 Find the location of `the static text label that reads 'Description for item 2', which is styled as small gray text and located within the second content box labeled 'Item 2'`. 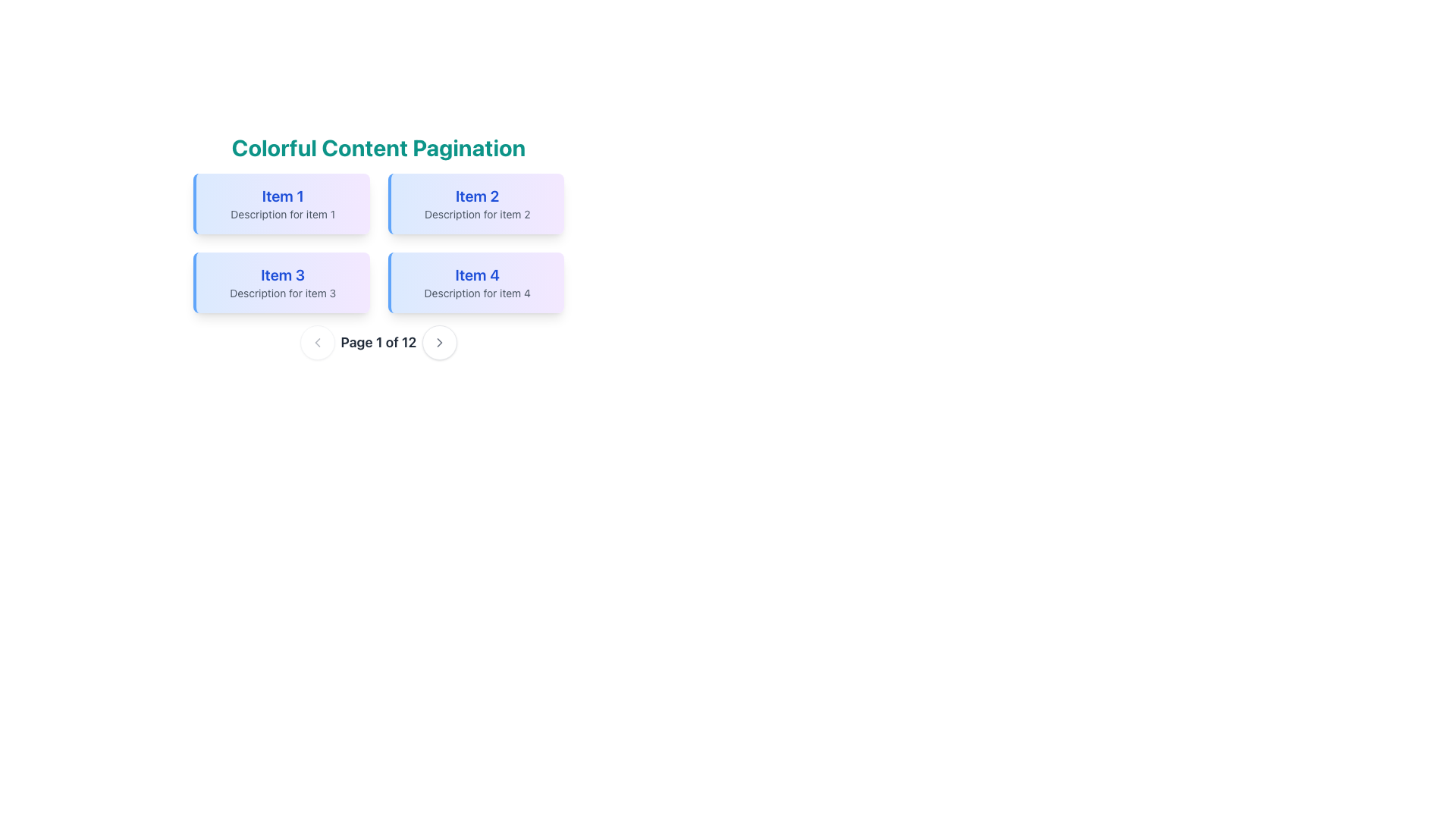

the static text label that reads 'Description for item 2', which is styled as small gray text and located within the second content box labeled 'Item 2' is located at coordinates (476, 214).